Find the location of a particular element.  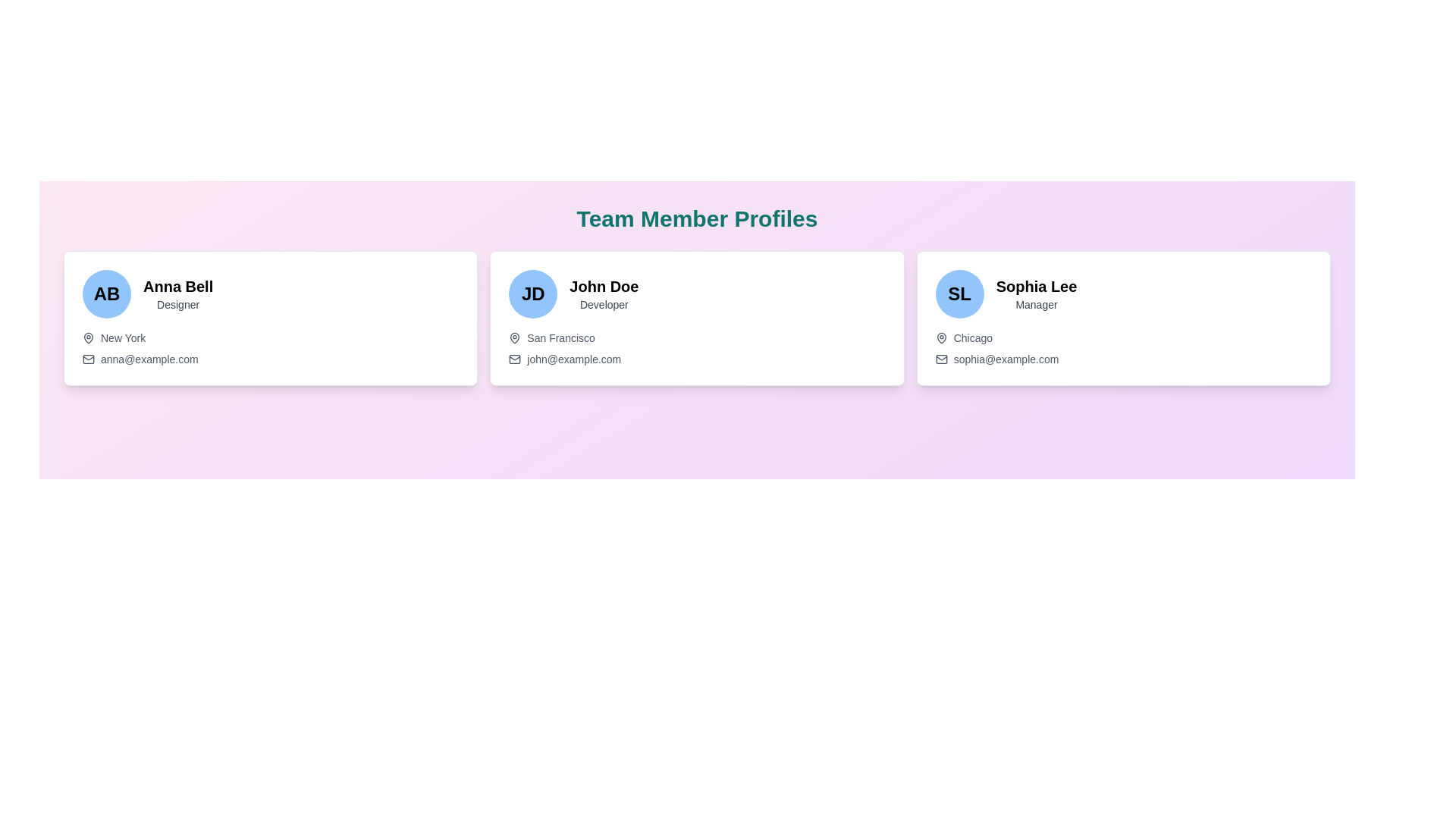

the rectangular envelope icon element within the profile card of 'John Doe - Developer', positioned below the email text 'john@example.com' is located at coordinates (515, 359).